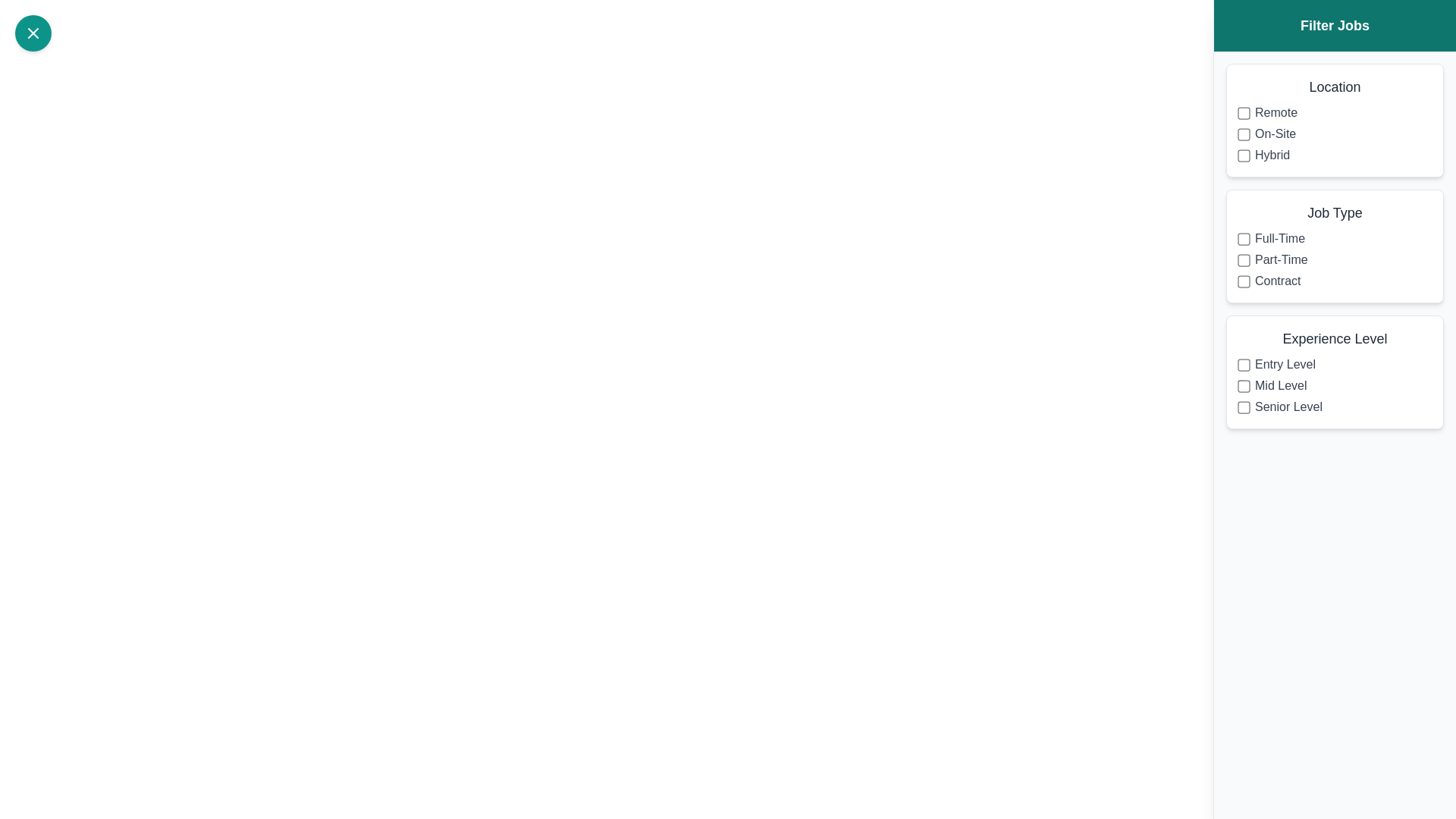 The height and width of the screenshot is (819, 1456). I want to click on the filter option On-Site, so click(1244, 133).